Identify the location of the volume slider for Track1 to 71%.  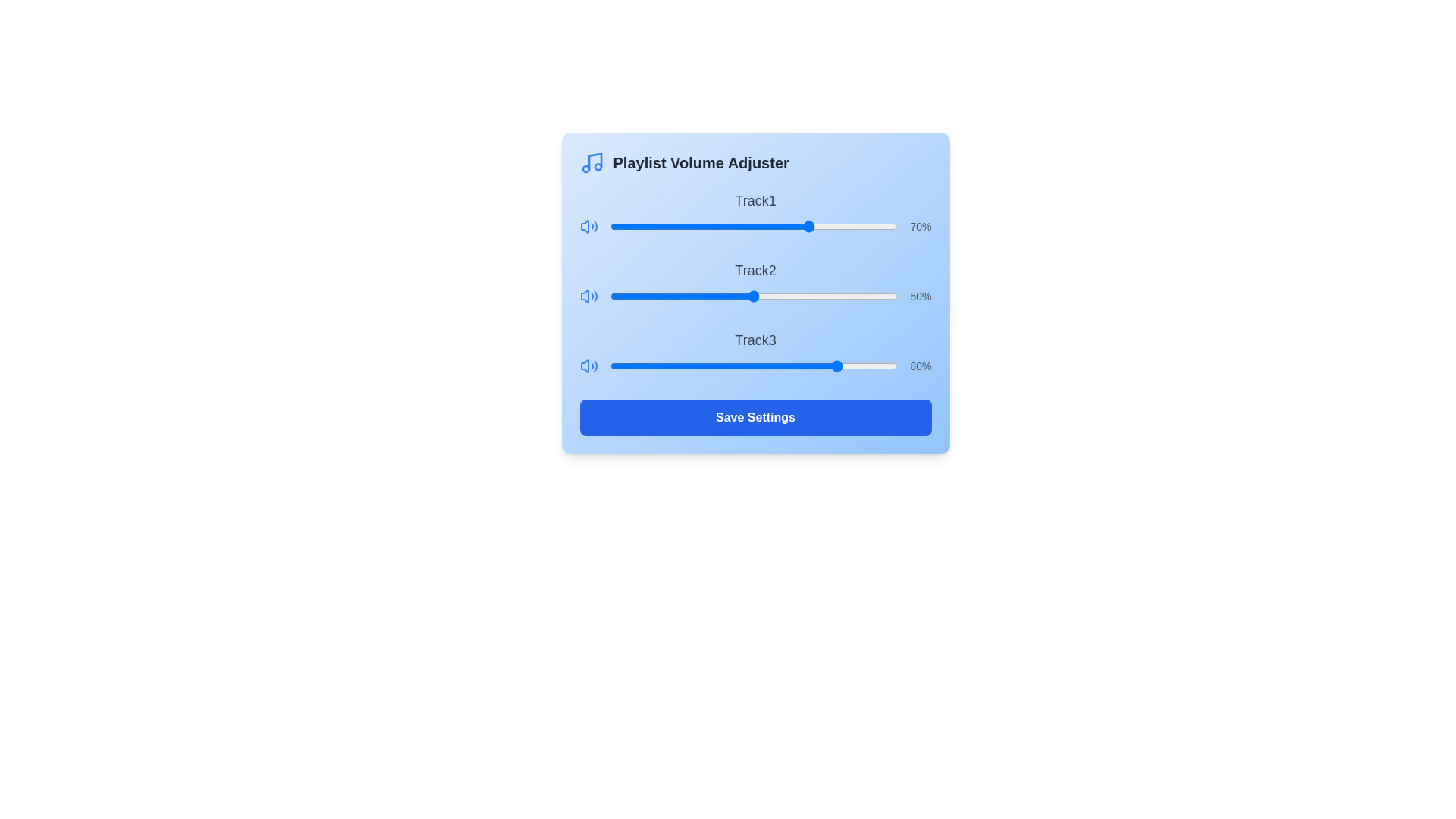
(814, 227).